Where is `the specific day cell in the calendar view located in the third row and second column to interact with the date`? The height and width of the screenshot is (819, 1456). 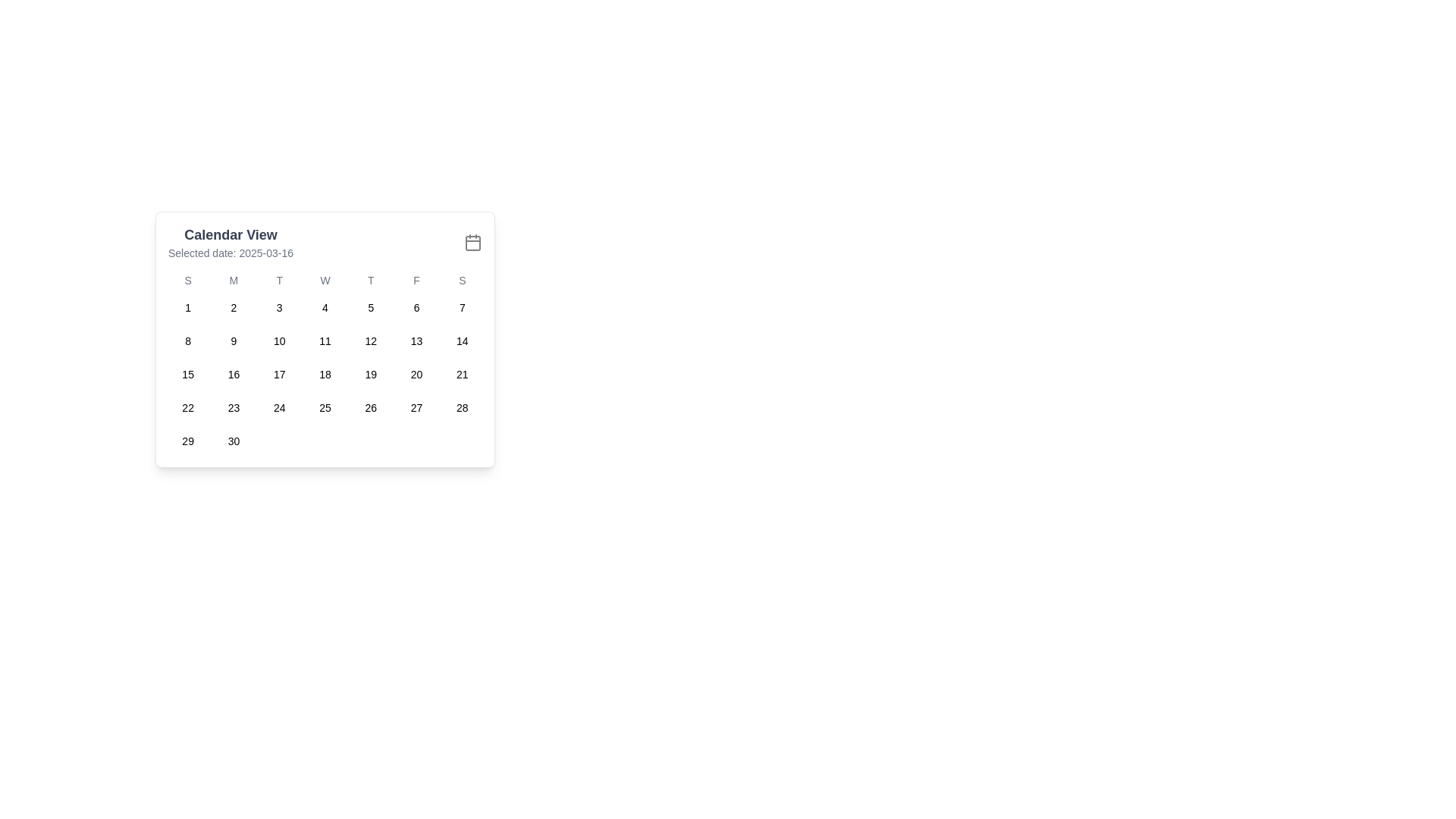 the specific day cell in the calendar view located in the third row and second column to interact with the date is located at coordinates (233, 374).